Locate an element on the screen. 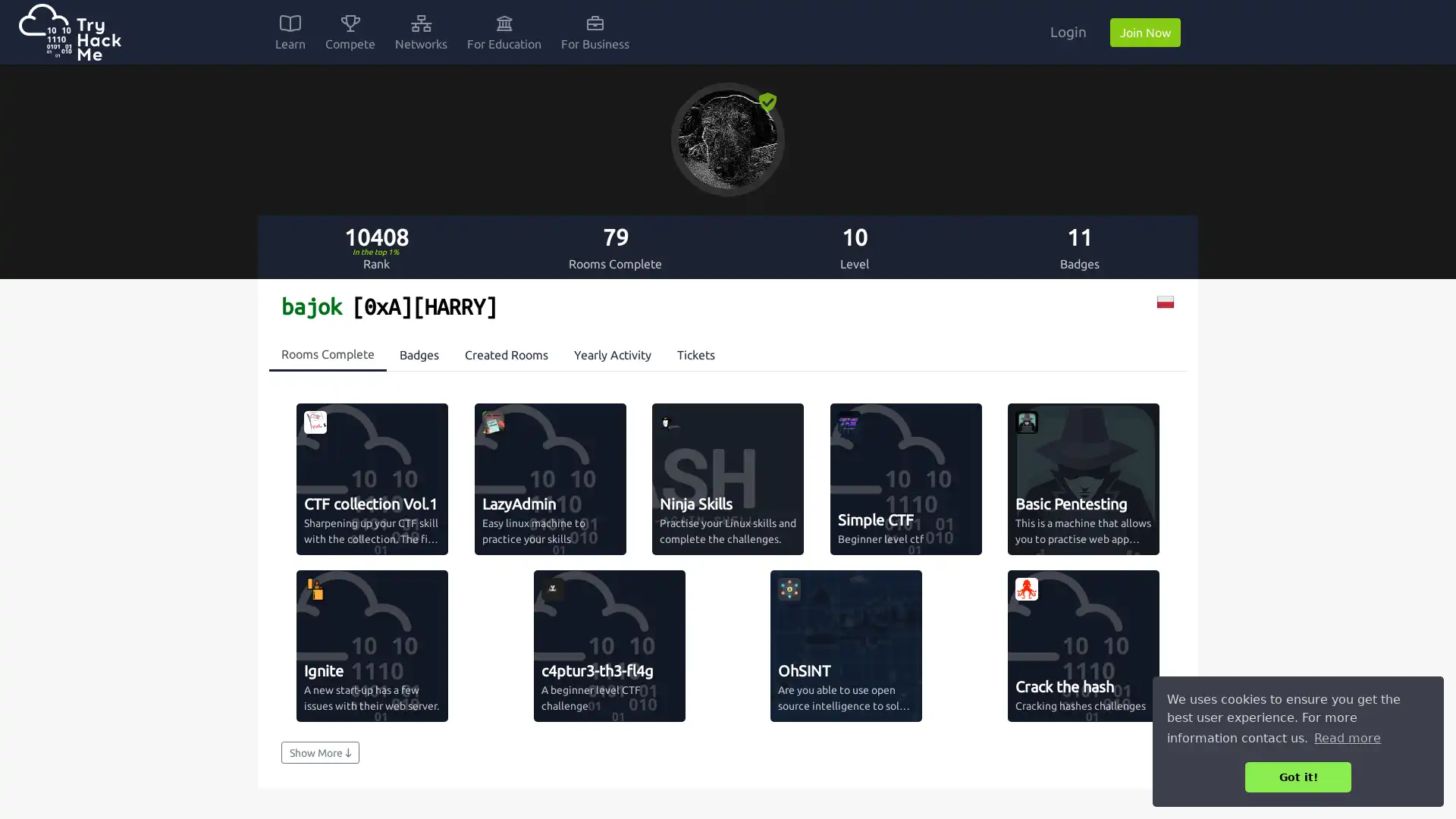  dismiss cookie message is located at coordinates (1298, 777).